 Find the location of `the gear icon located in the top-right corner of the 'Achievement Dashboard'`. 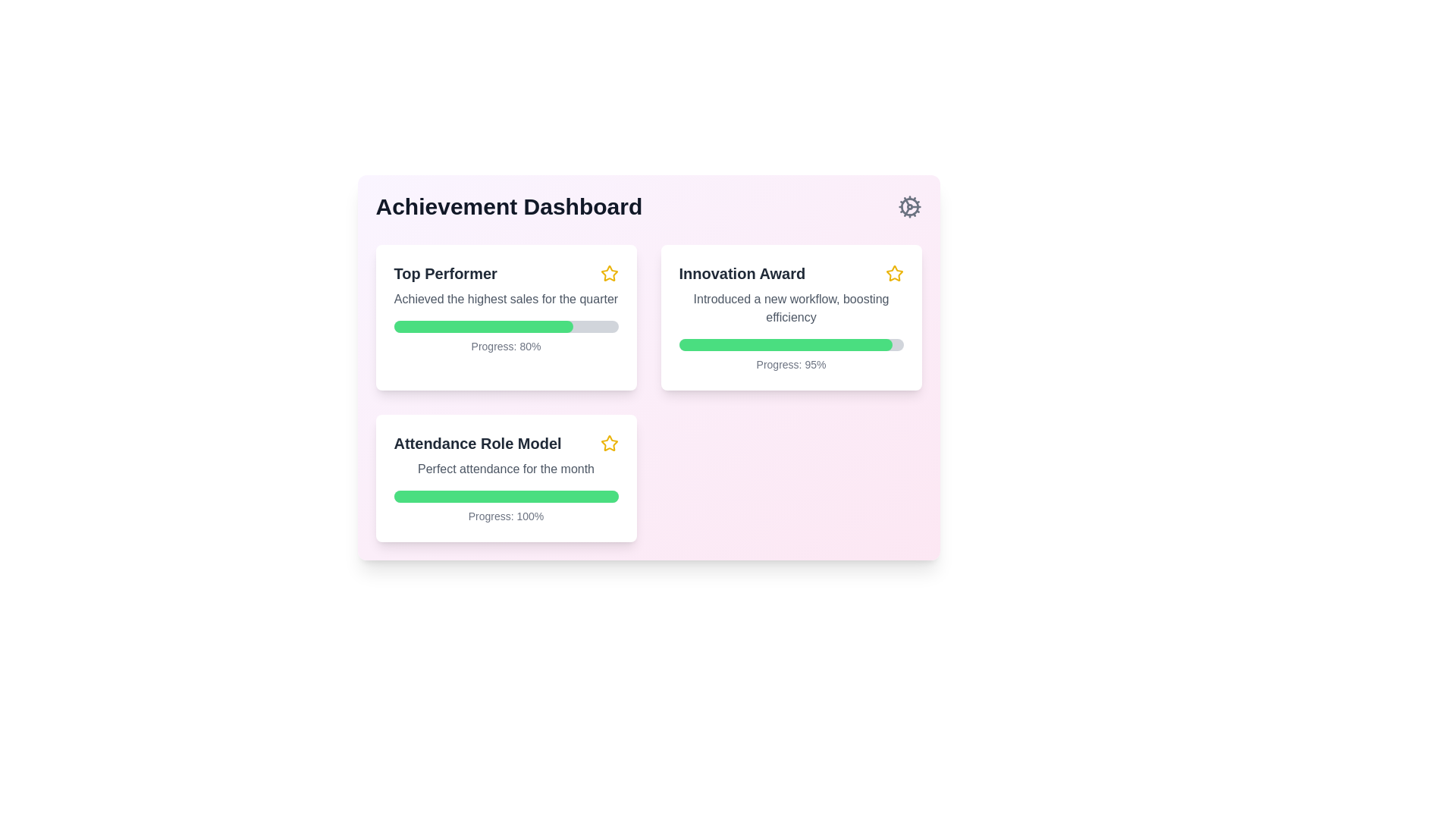

the gear icon located in the top-right corner of the 'Achievement Dashboard' is located at coordinates (909, 207).